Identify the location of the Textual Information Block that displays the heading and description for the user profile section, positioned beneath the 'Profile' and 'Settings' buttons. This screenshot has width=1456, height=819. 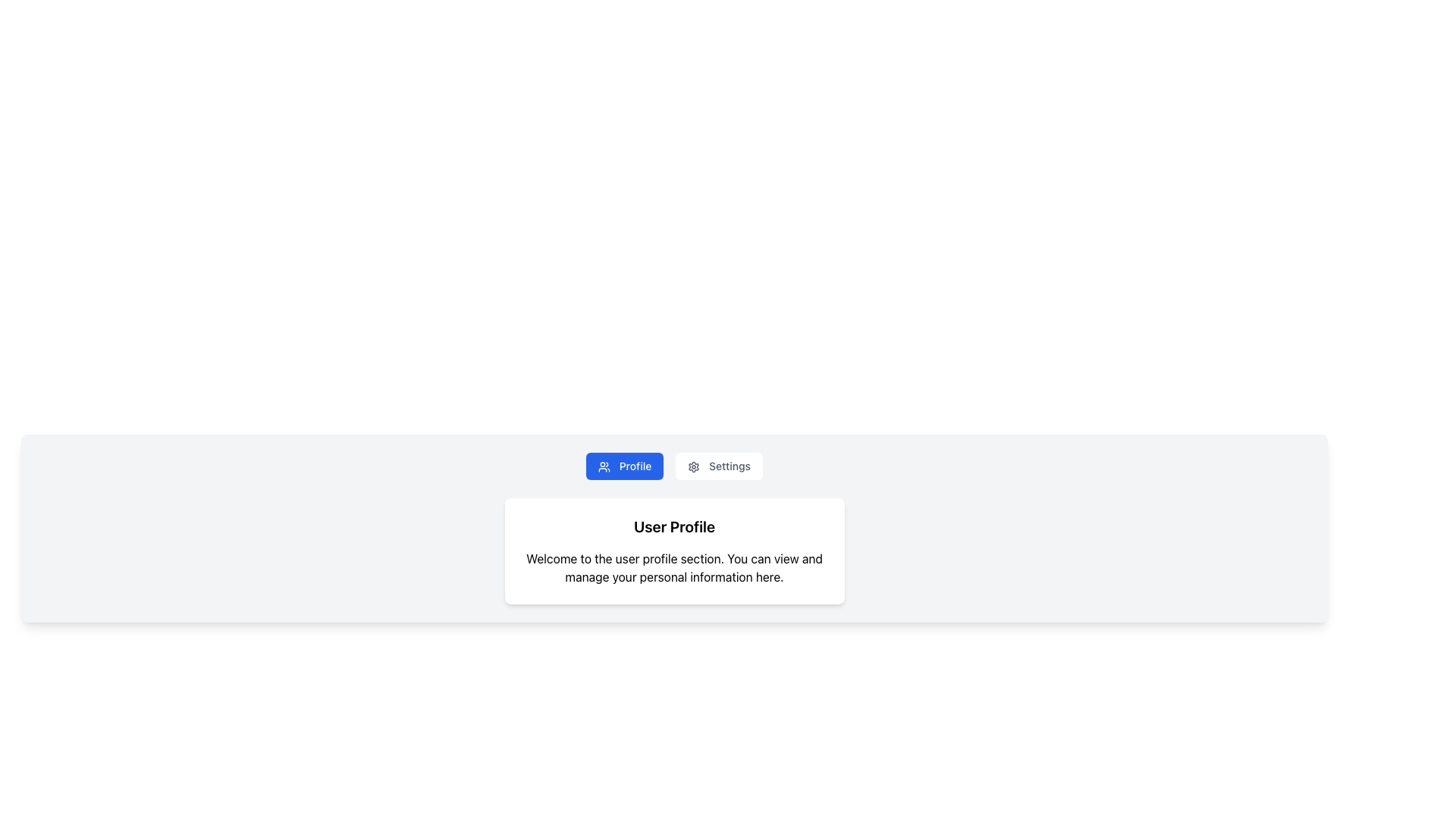
(673, 551).